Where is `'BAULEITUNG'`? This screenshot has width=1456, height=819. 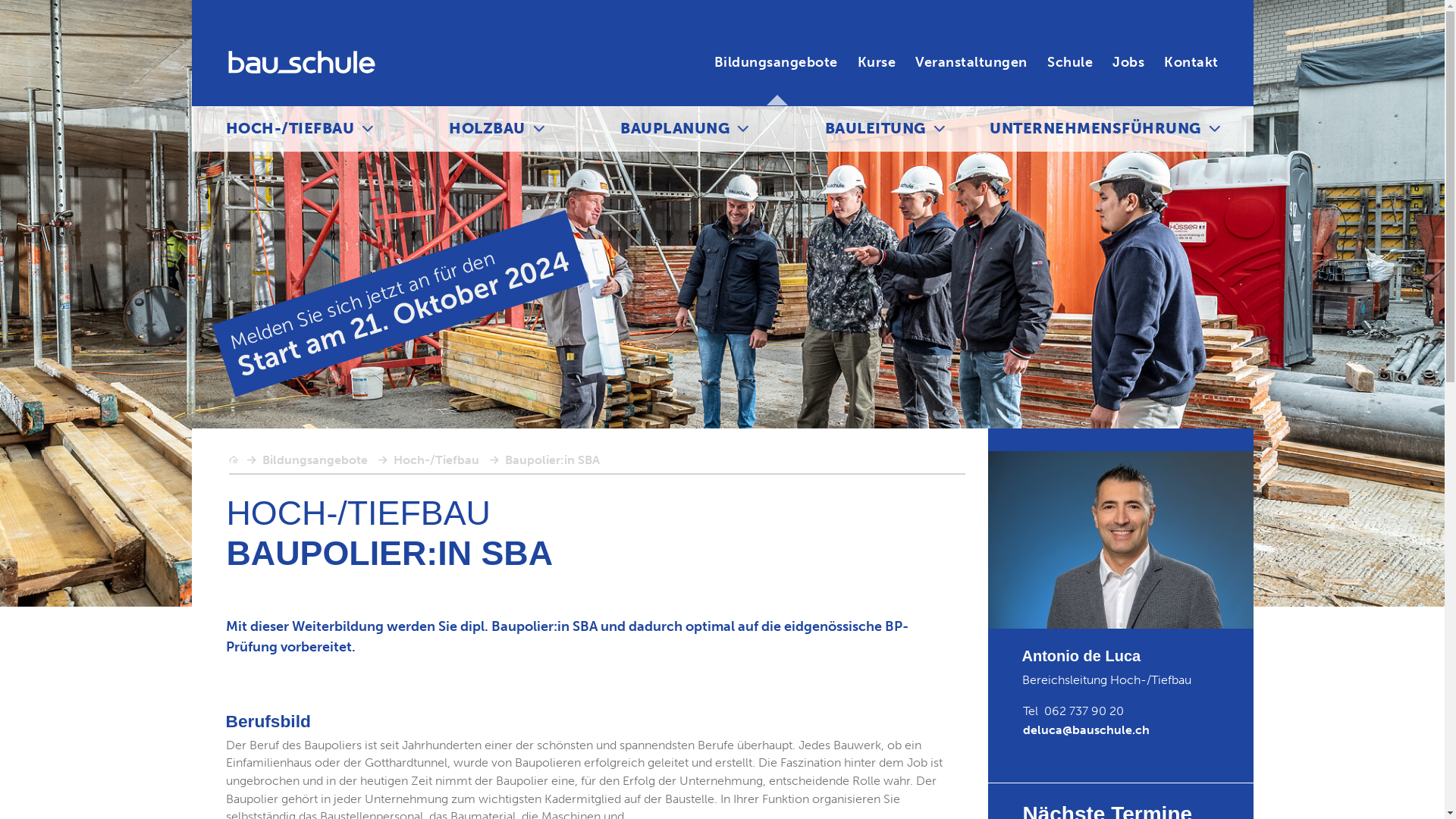 'BAULEITUNG' is located at coordinates (875, 127).